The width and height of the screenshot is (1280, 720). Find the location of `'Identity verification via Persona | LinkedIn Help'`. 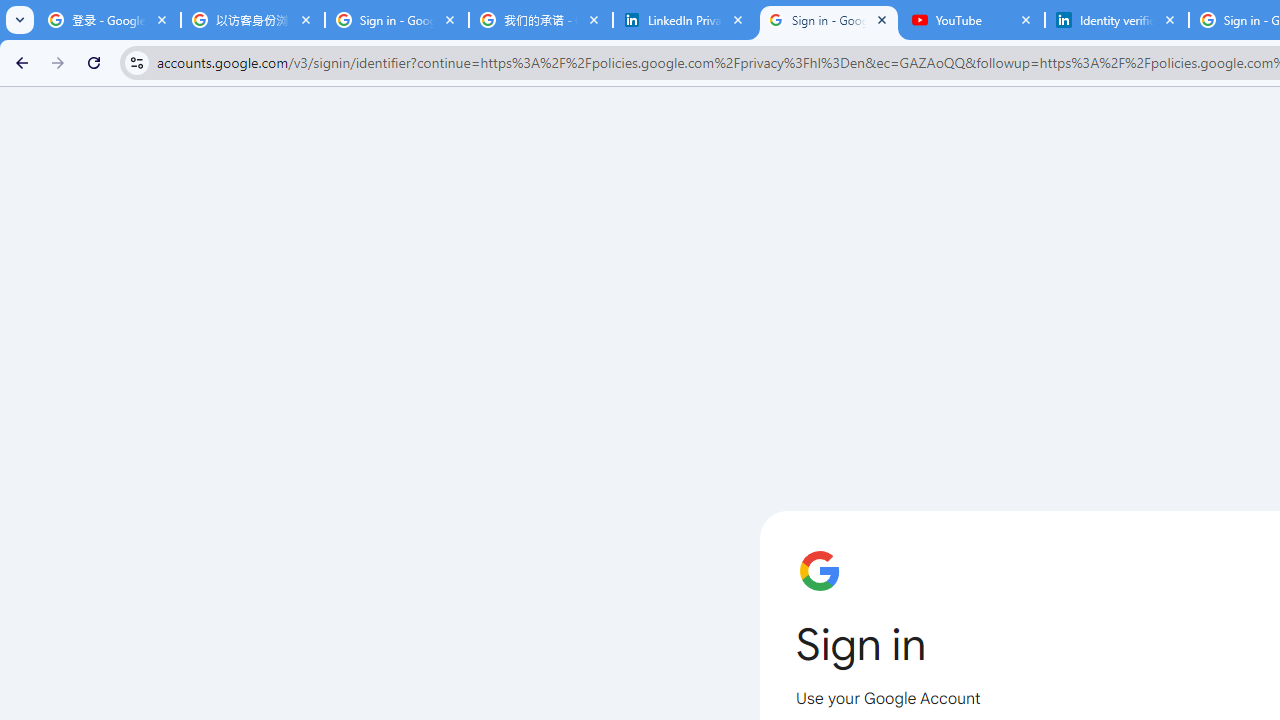

'Identity verification via Persona | LinkedIn Help' is located at coordinates (1115, 20).